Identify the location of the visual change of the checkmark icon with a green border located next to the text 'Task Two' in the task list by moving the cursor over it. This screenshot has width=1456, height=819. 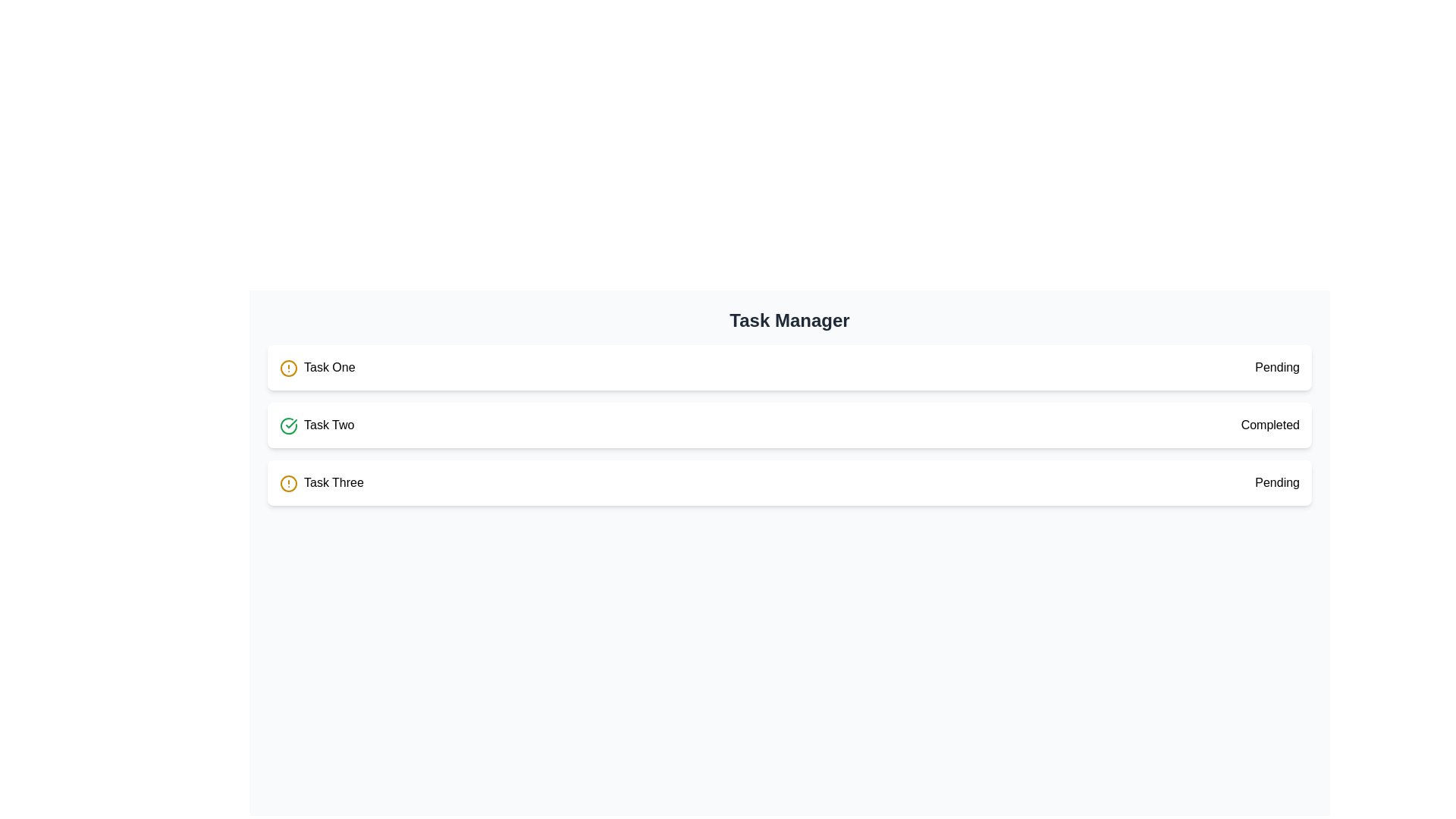
(291, 424).